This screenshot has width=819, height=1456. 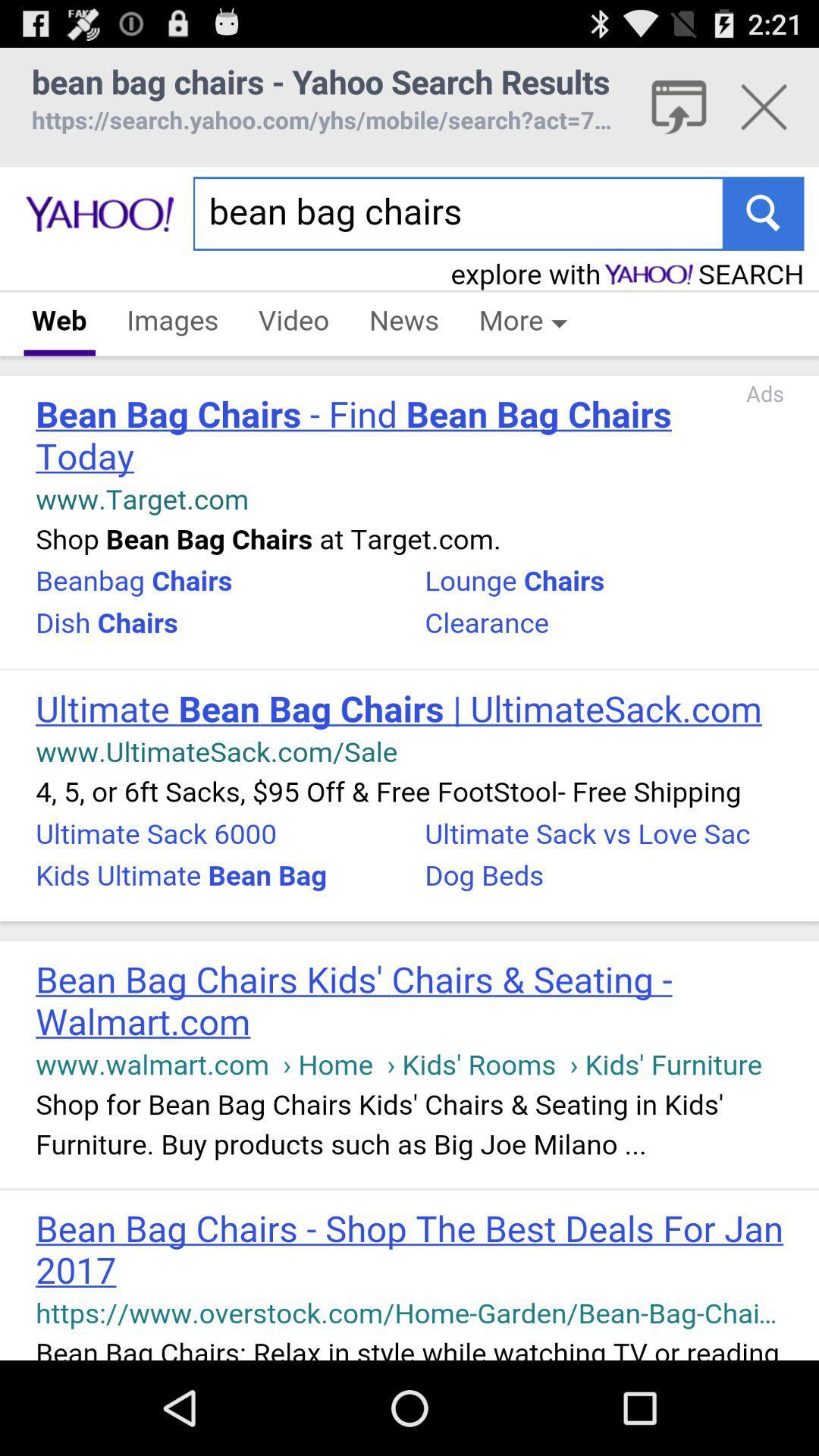 What do you see at coordinates (764, 114) in the screenshot?
I see `the close icon` at bounding box center [764, 114].